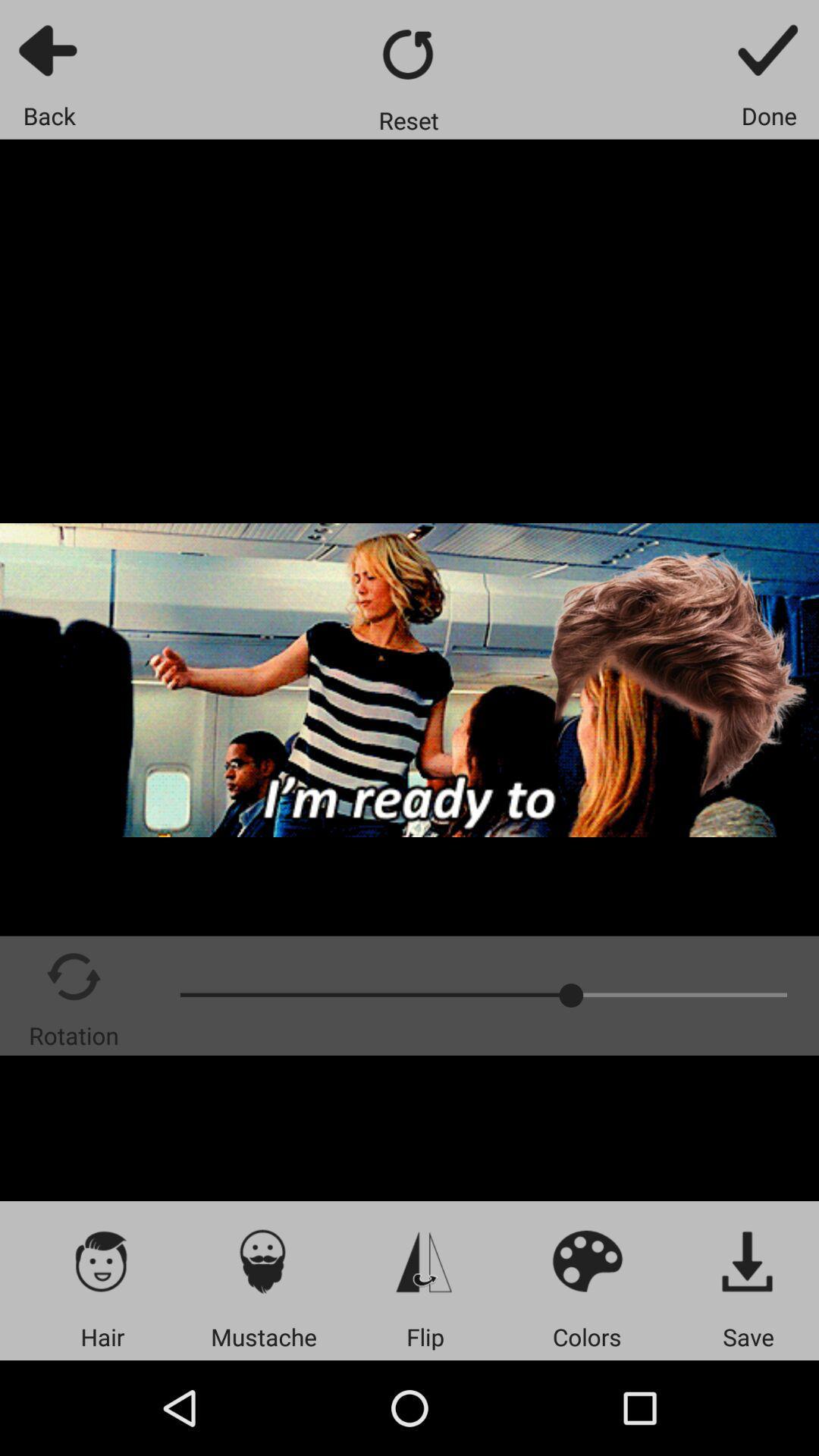  What do you see at coordinates (748, 1260) in the screenshot?
I see `icon above save icon` at bounding box center [748, 1260].